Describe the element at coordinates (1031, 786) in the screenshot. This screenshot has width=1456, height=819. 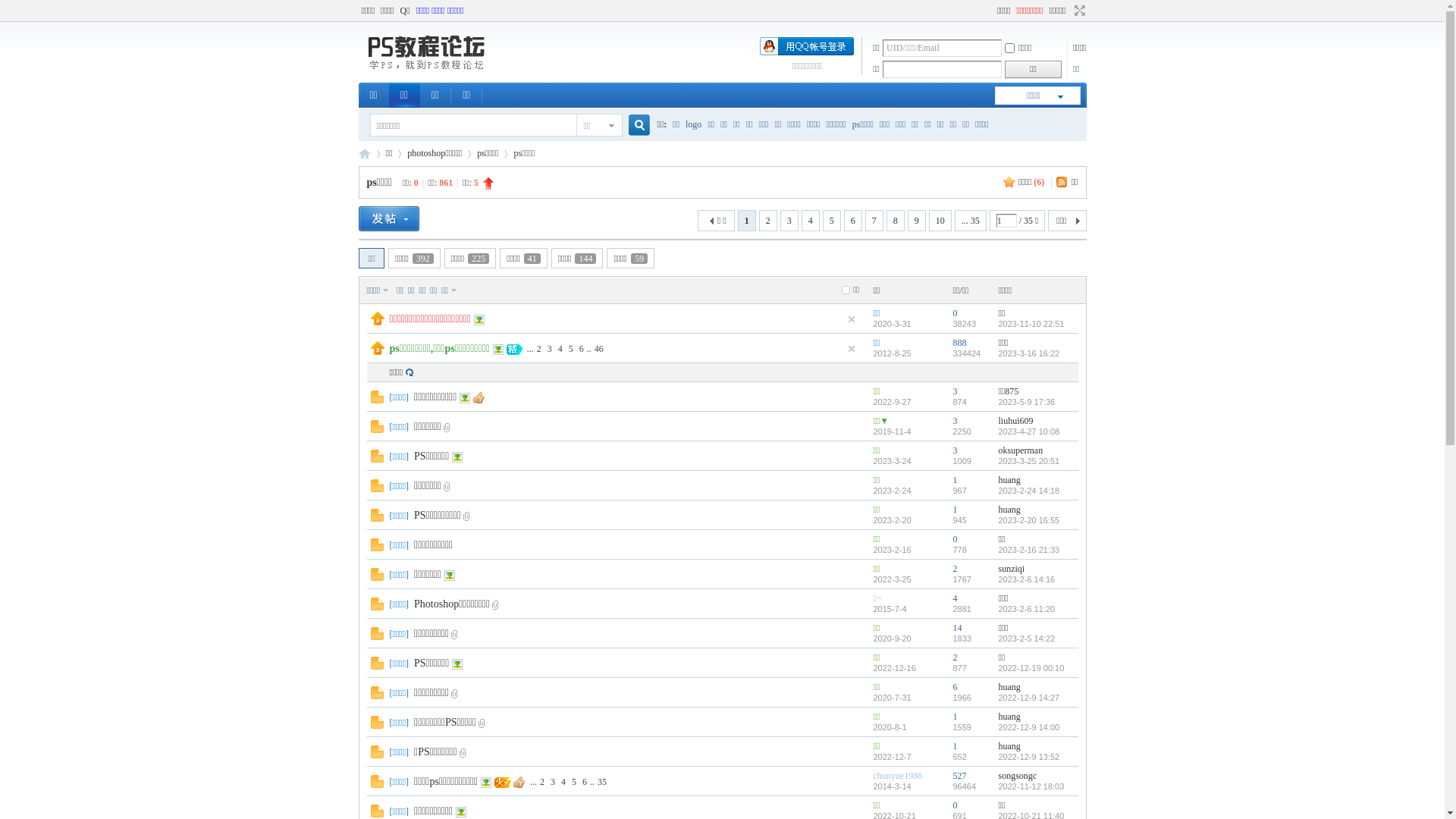
I see `'2022-11-12 18:03'` at that location.